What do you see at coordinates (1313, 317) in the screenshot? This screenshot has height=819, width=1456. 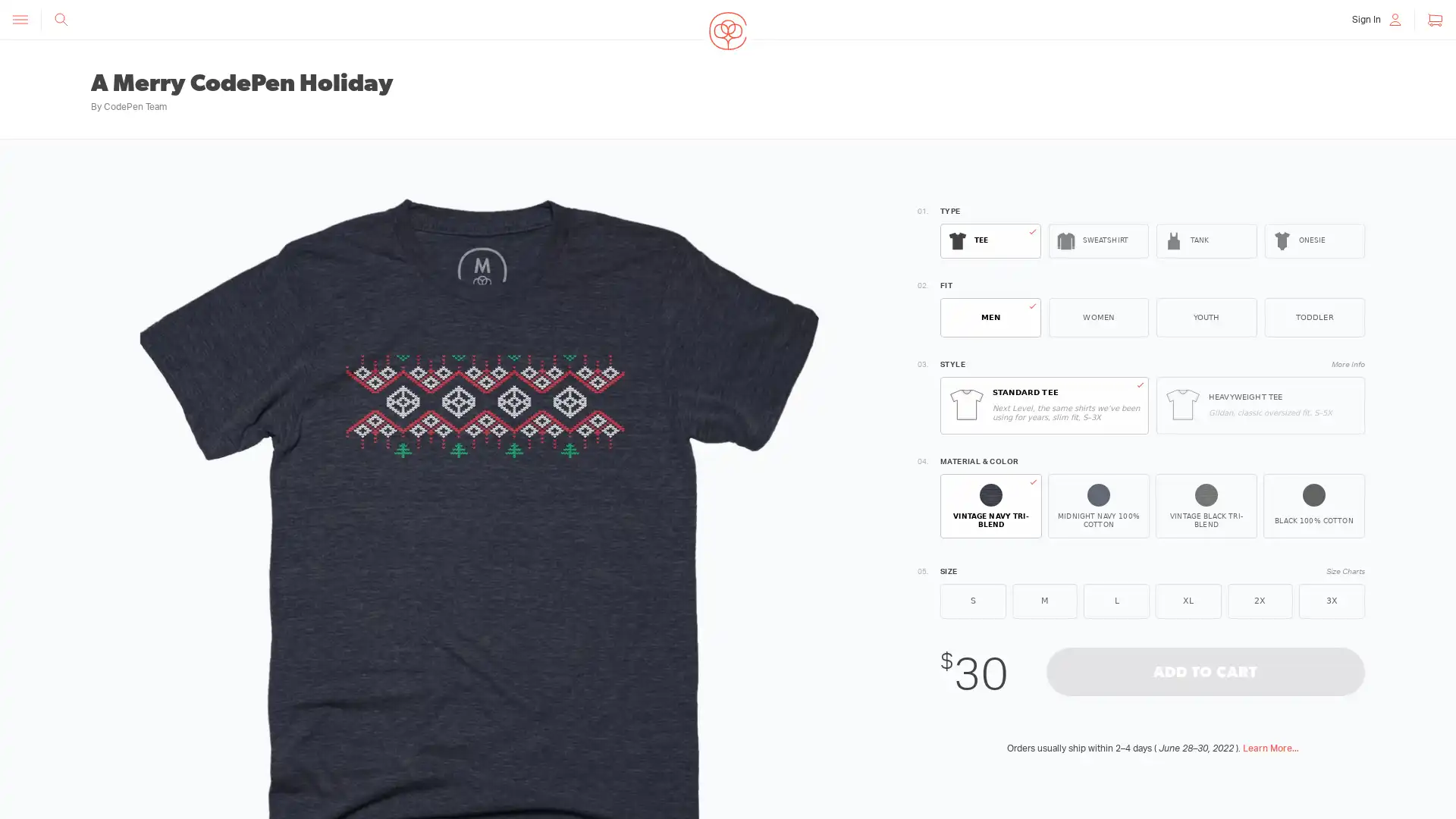 I see `TODDLER` at bounding box center [1313, 317].